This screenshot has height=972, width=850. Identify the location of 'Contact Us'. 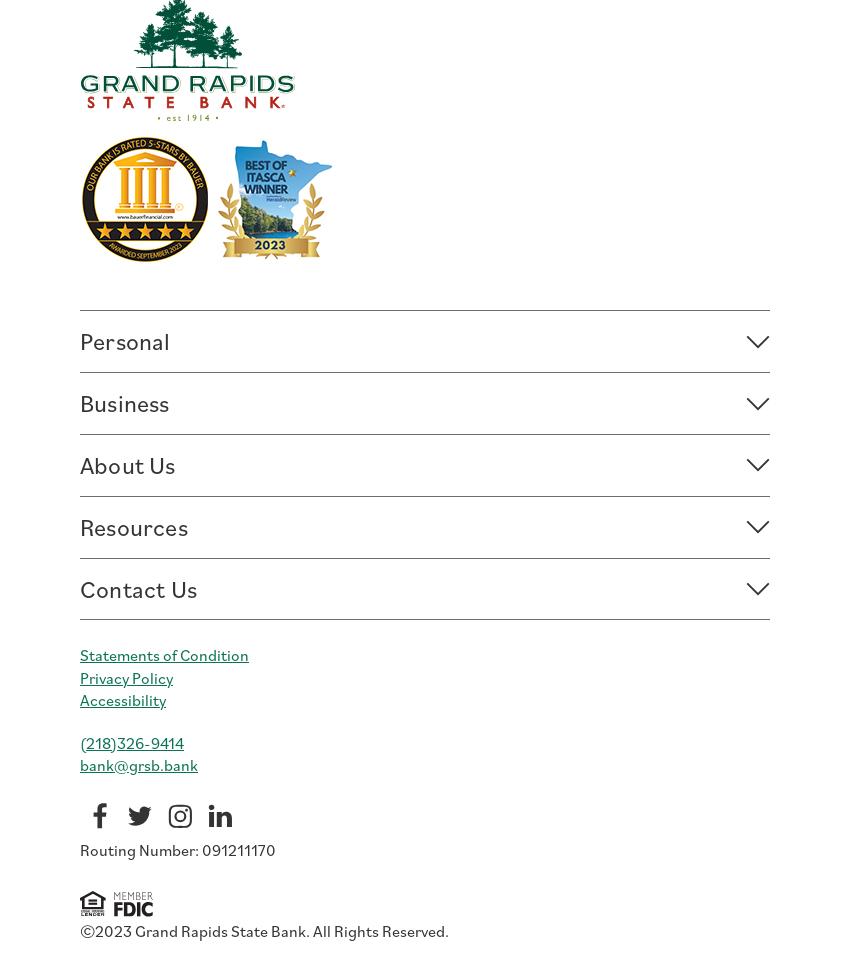
(138, 586).